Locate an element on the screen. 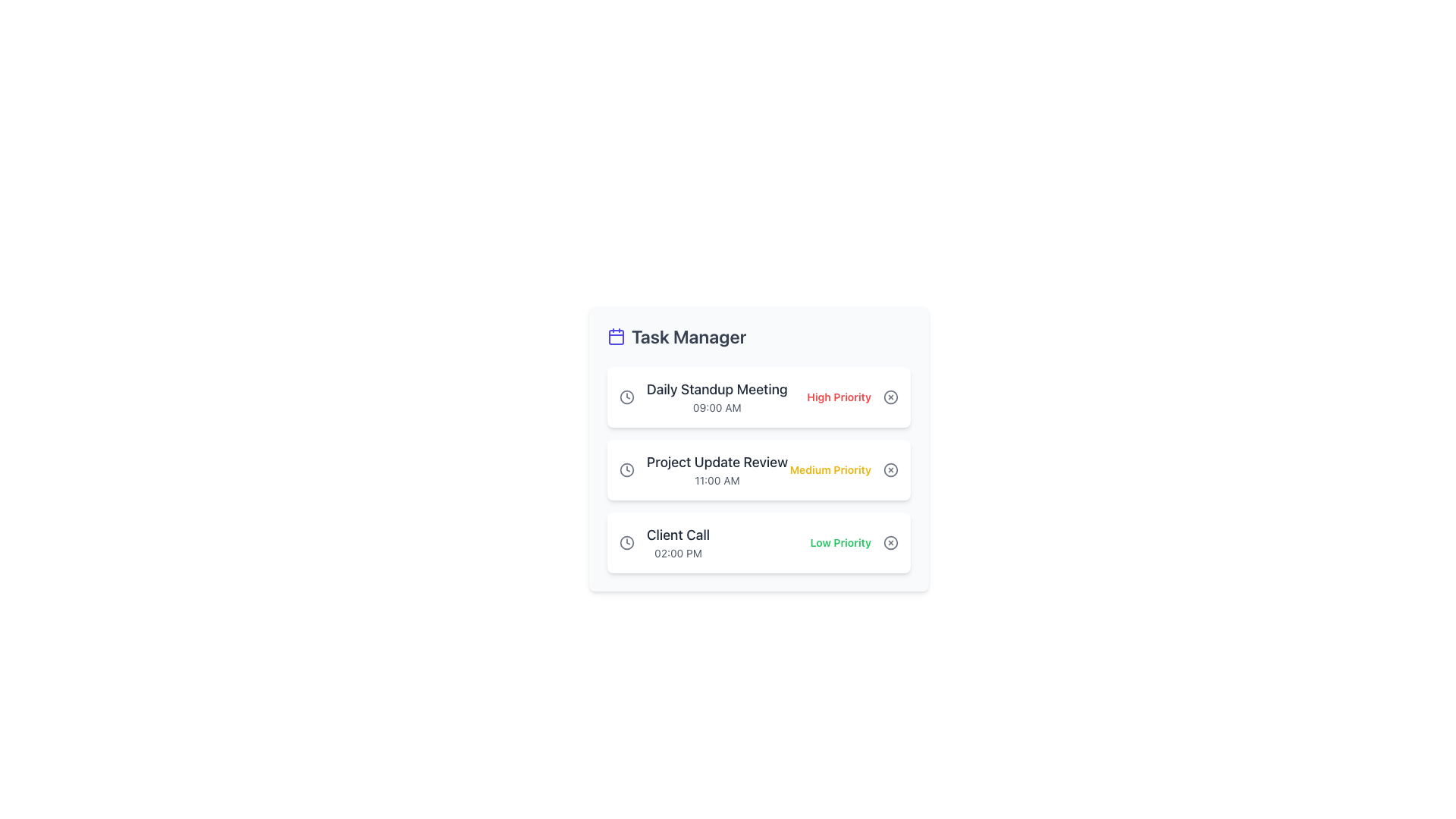  the Text Label displaying '09:00 AM' for the Daily Standup Meeting, located beneath the meeting title in the first card of the Task Manager interface is located at coordinates (716, 406).